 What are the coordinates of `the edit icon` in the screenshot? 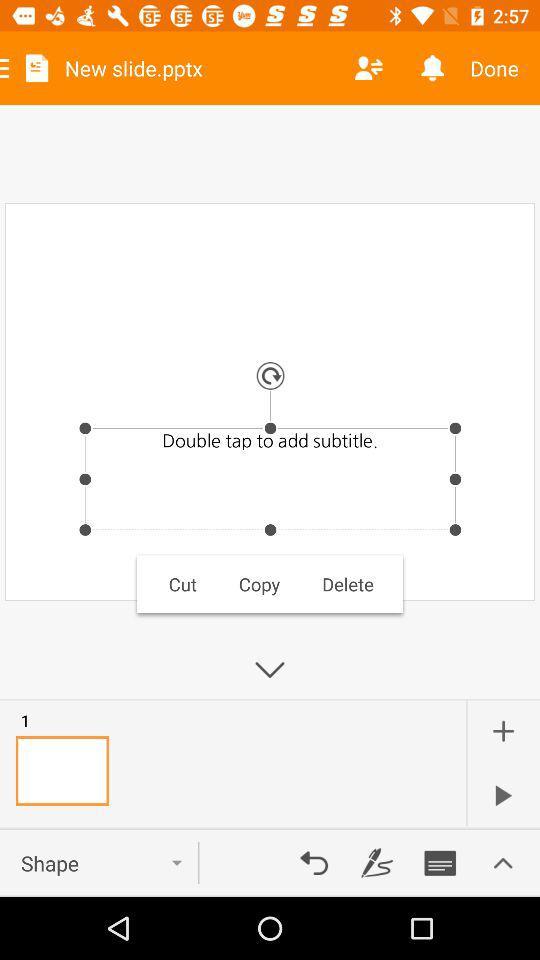 It's located at (377, 862).